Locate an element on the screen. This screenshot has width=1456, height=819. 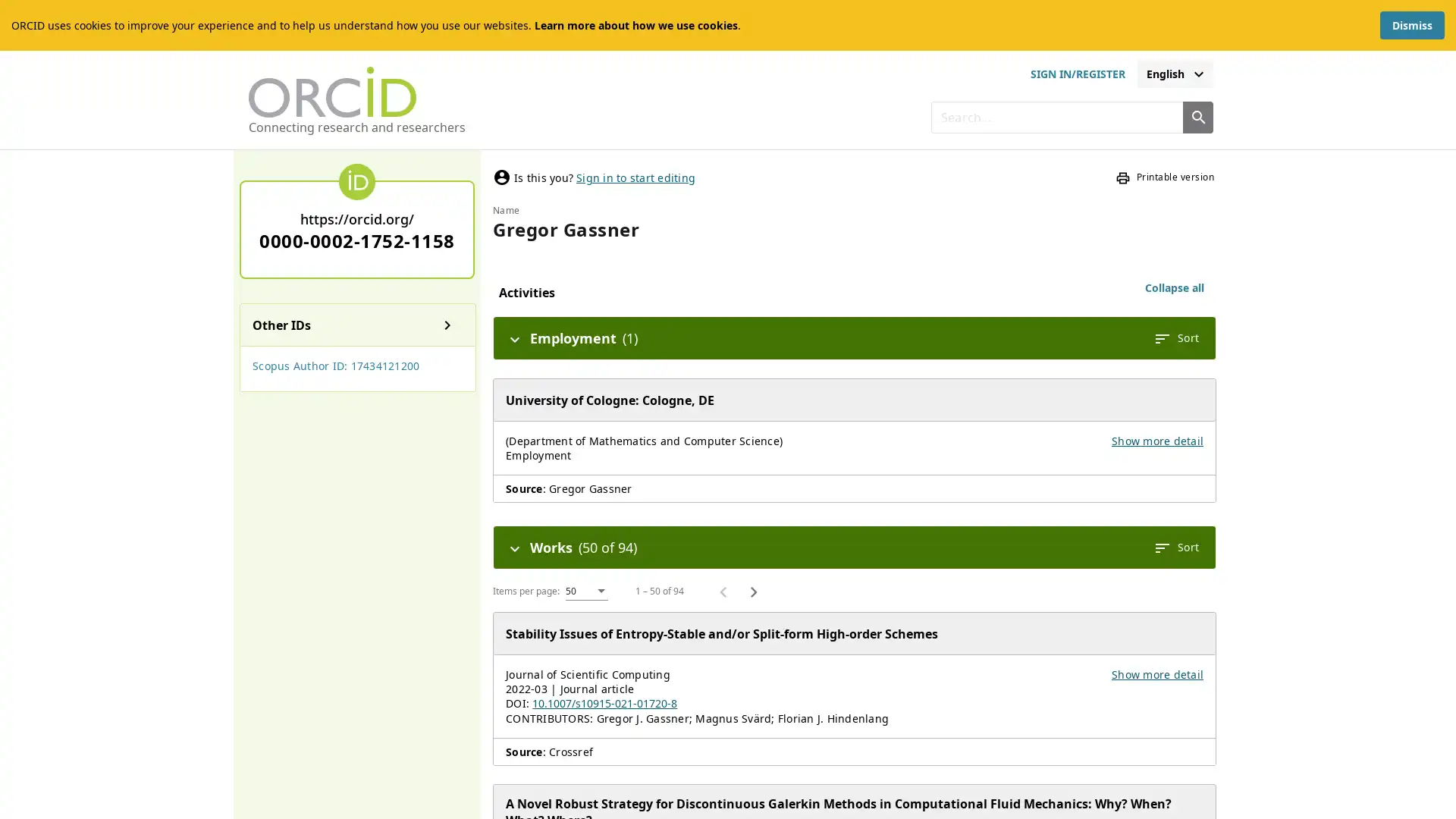
Next page is located at coordinates (753, 590).